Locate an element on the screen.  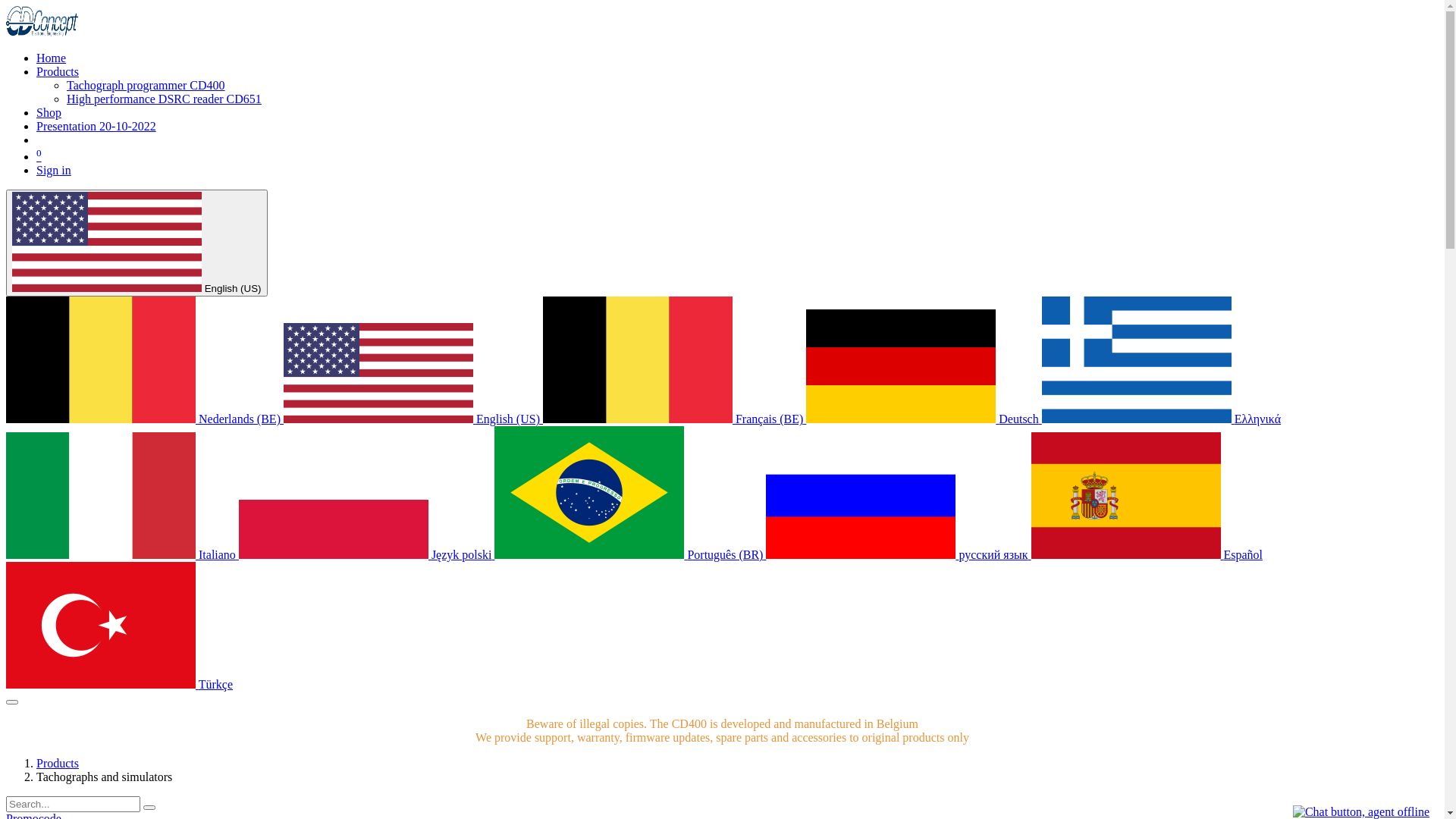
'Deutsch' is located at coordinates (923, 419).